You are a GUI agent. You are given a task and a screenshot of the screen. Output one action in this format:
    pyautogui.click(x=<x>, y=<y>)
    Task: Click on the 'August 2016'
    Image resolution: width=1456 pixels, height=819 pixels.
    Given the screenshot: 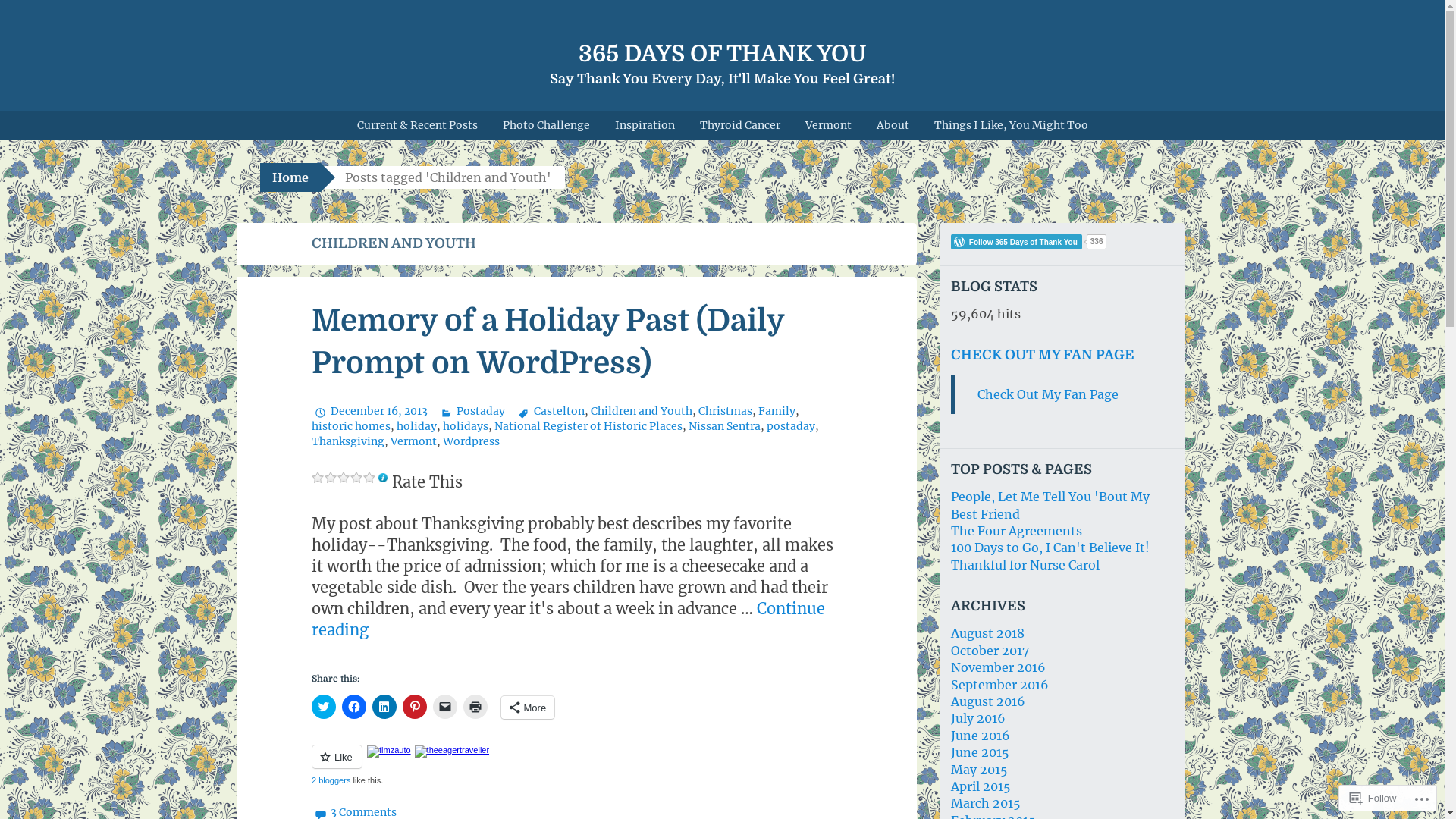 What is the action you would take?
    pyautogui.click(x=987, y=701)
    